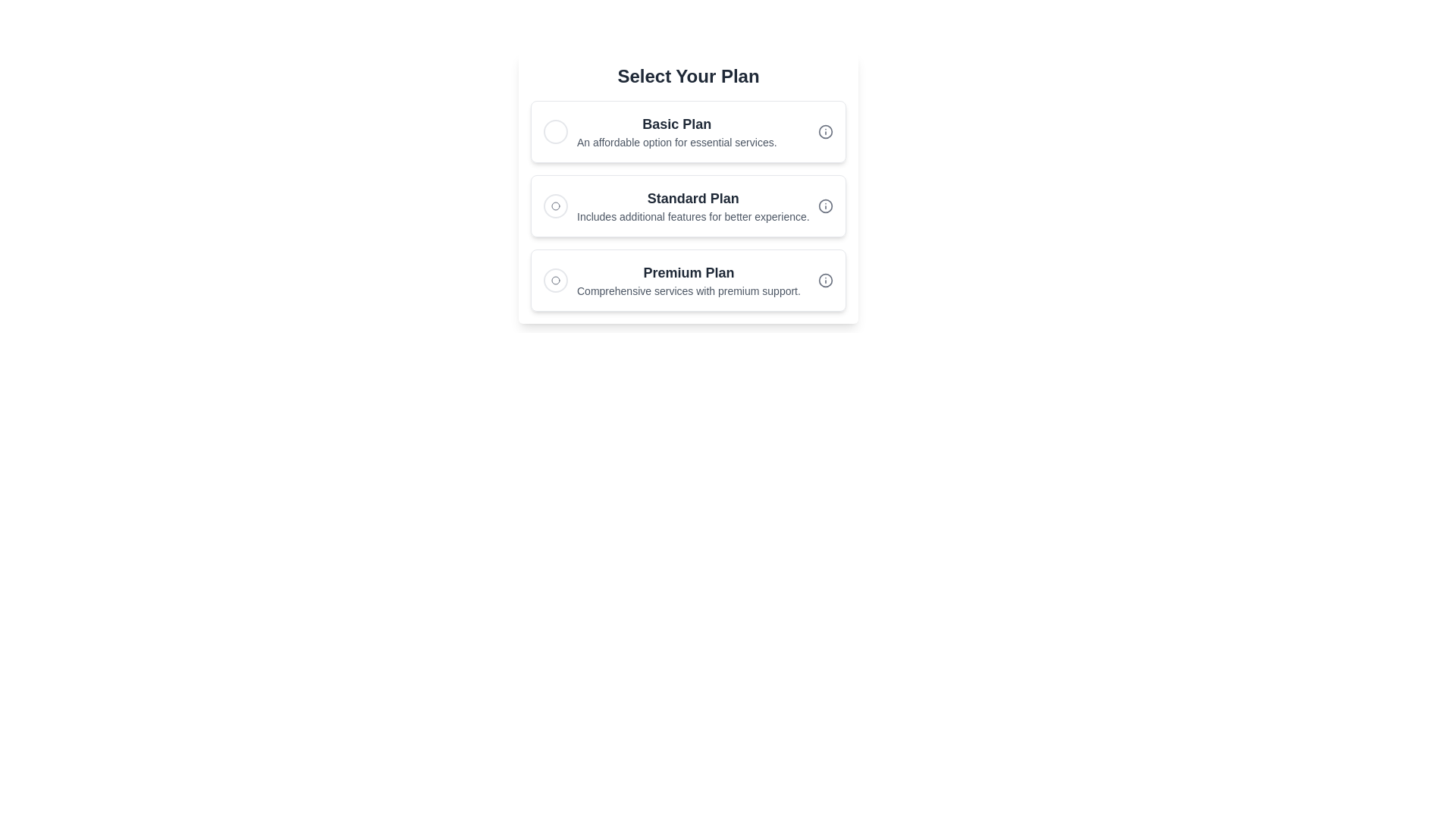 This screenshot has height=819, width=1456. What do you see at coordinates (692, 216) in the screenshot?
I see `the descriptive text element located below the 'Standard Plan' title, which provides additional context for the selection` at bounding box center [692, 216].